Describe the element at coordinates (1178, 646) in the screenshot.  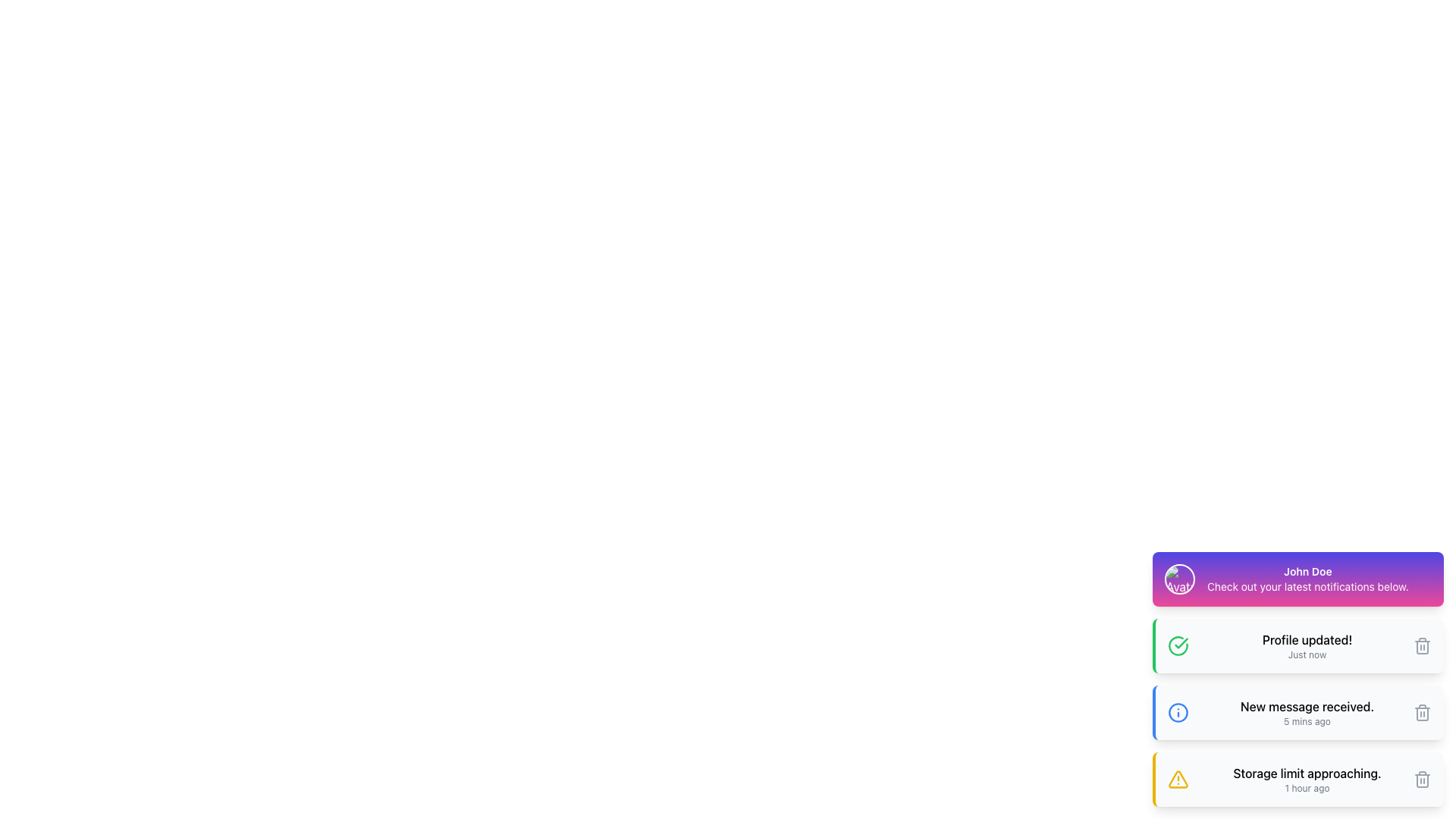
I see `the circular icon featuring a green checkmark, located to the left of the text 'Profile updated!' in the notification component` at that location.